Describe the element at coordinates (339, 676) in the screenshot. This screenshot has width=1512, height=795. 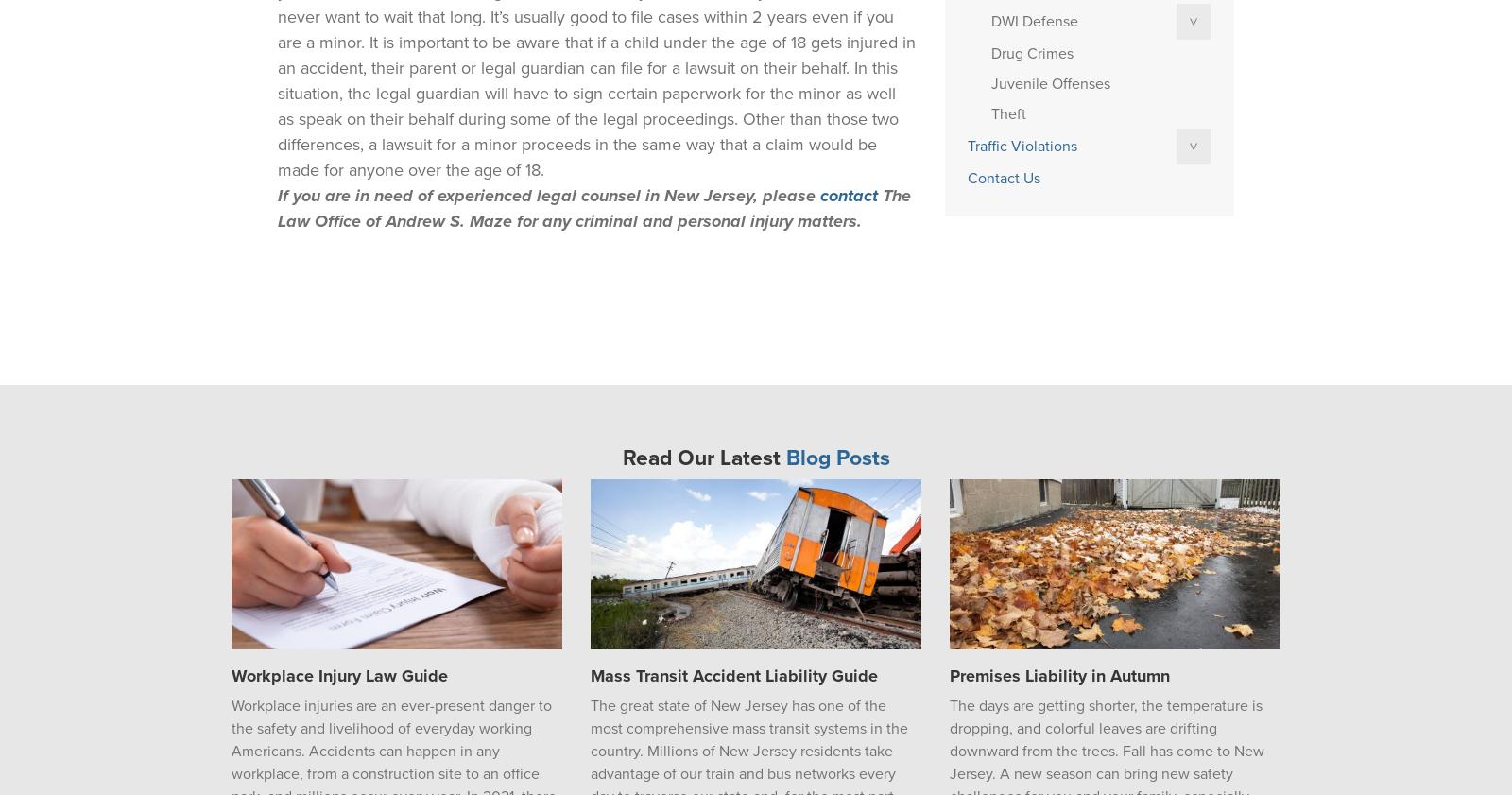
I see `'Workplace Injury Law Guide'` at that location.